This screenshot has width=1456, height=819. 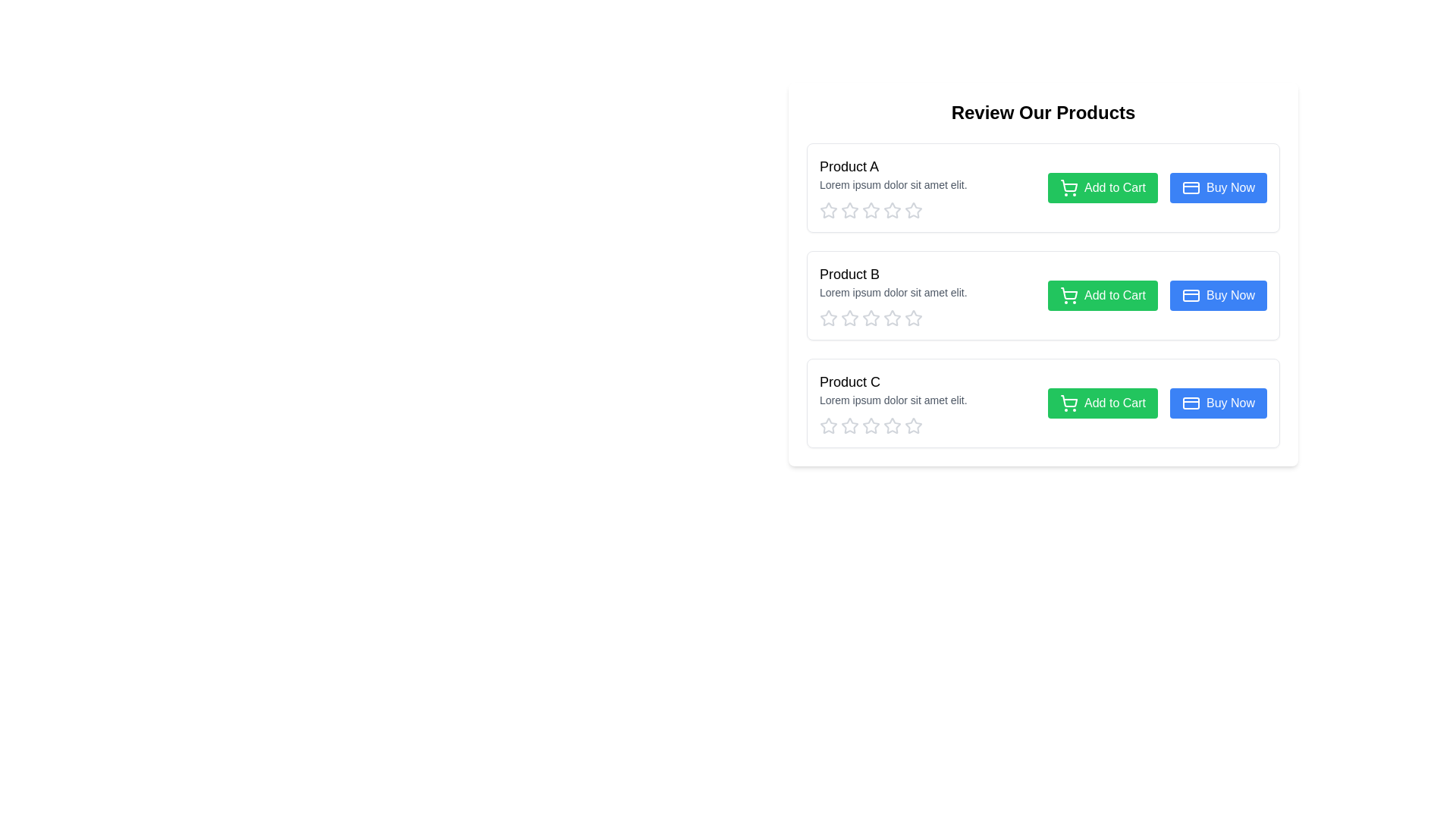 I want to click on the 'Add to Cart' button located in the first row of the product list to observe the hover effect, so click(x=1103, y=187).